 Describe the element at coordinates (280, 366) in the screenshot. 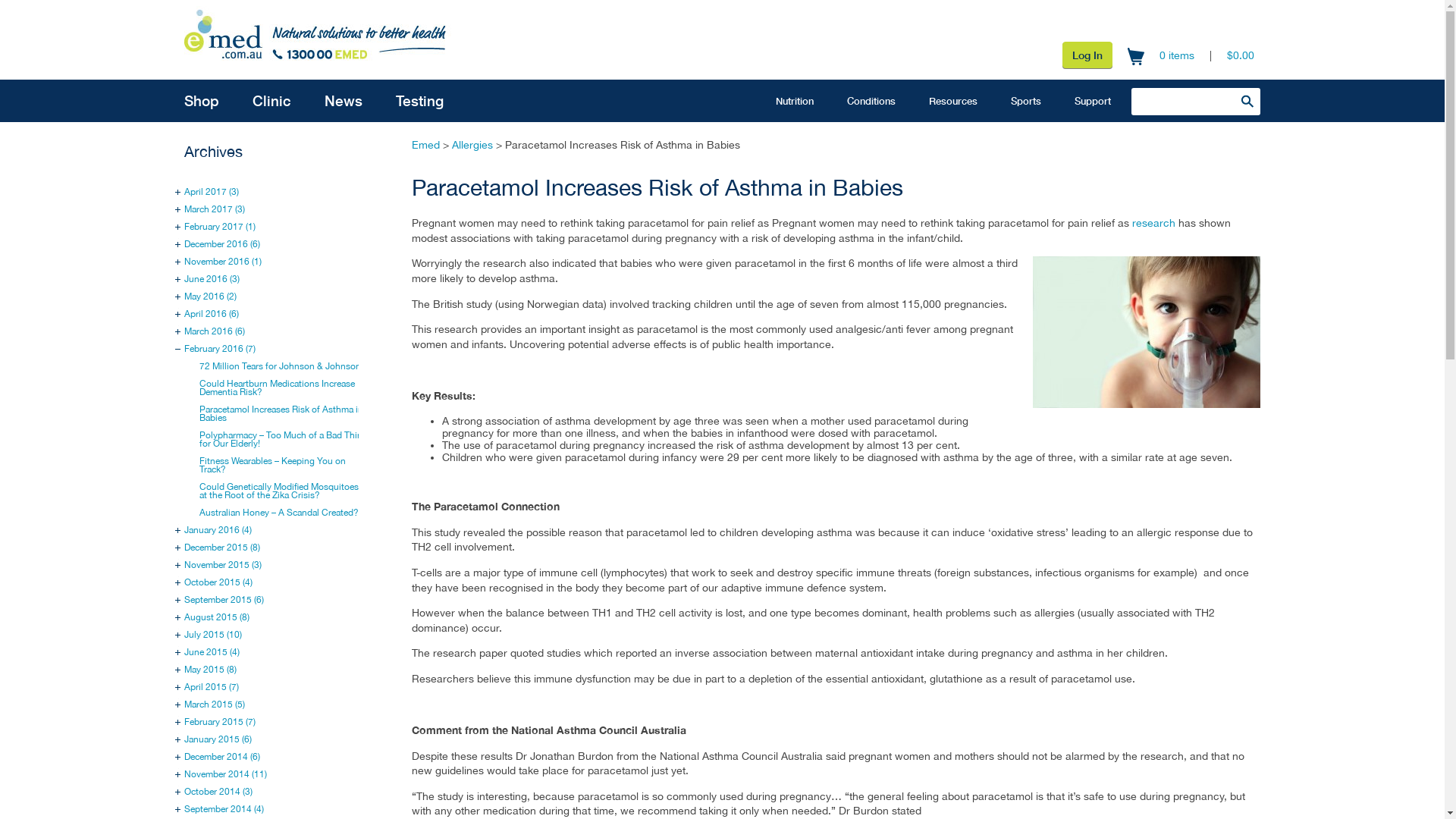

I see `'72 Million Tears for Johnson & Johnson'` at that location.